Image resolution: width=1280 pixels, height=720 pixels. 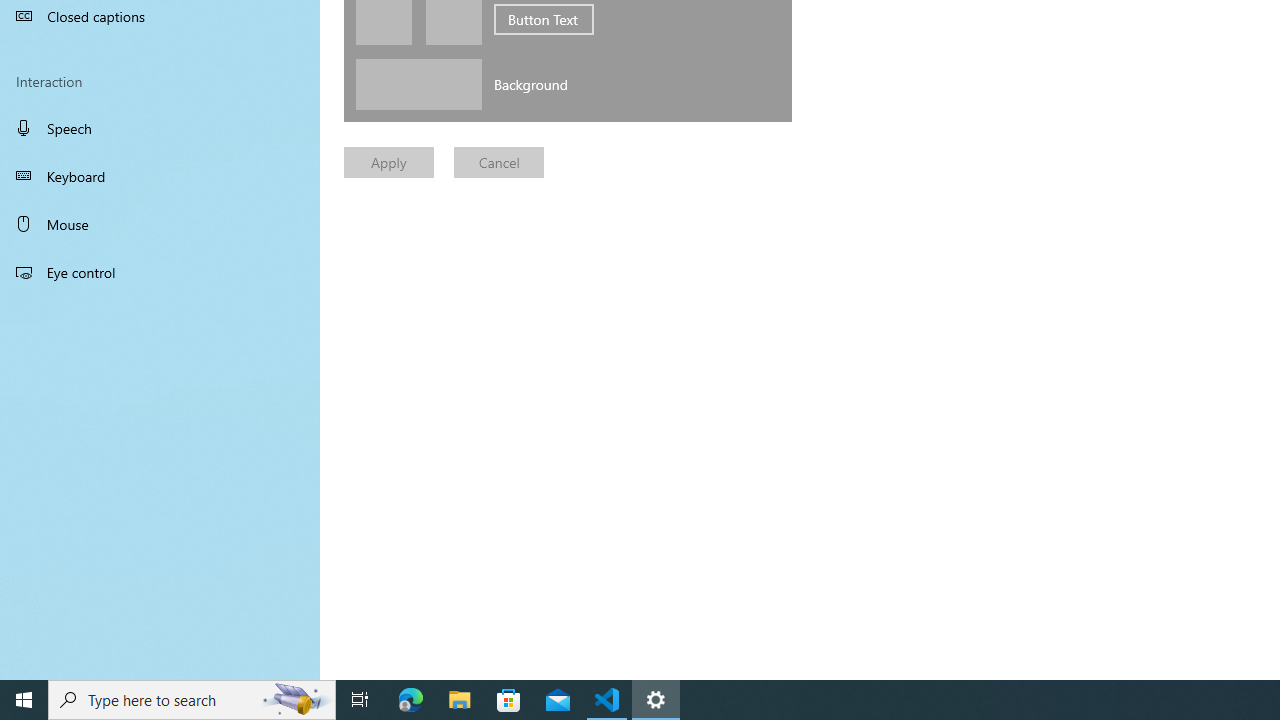 What do you see at coordinates (509, 698) in the screenshot?
I see `'Microsoft Store'` at bounding box center [509, 698].